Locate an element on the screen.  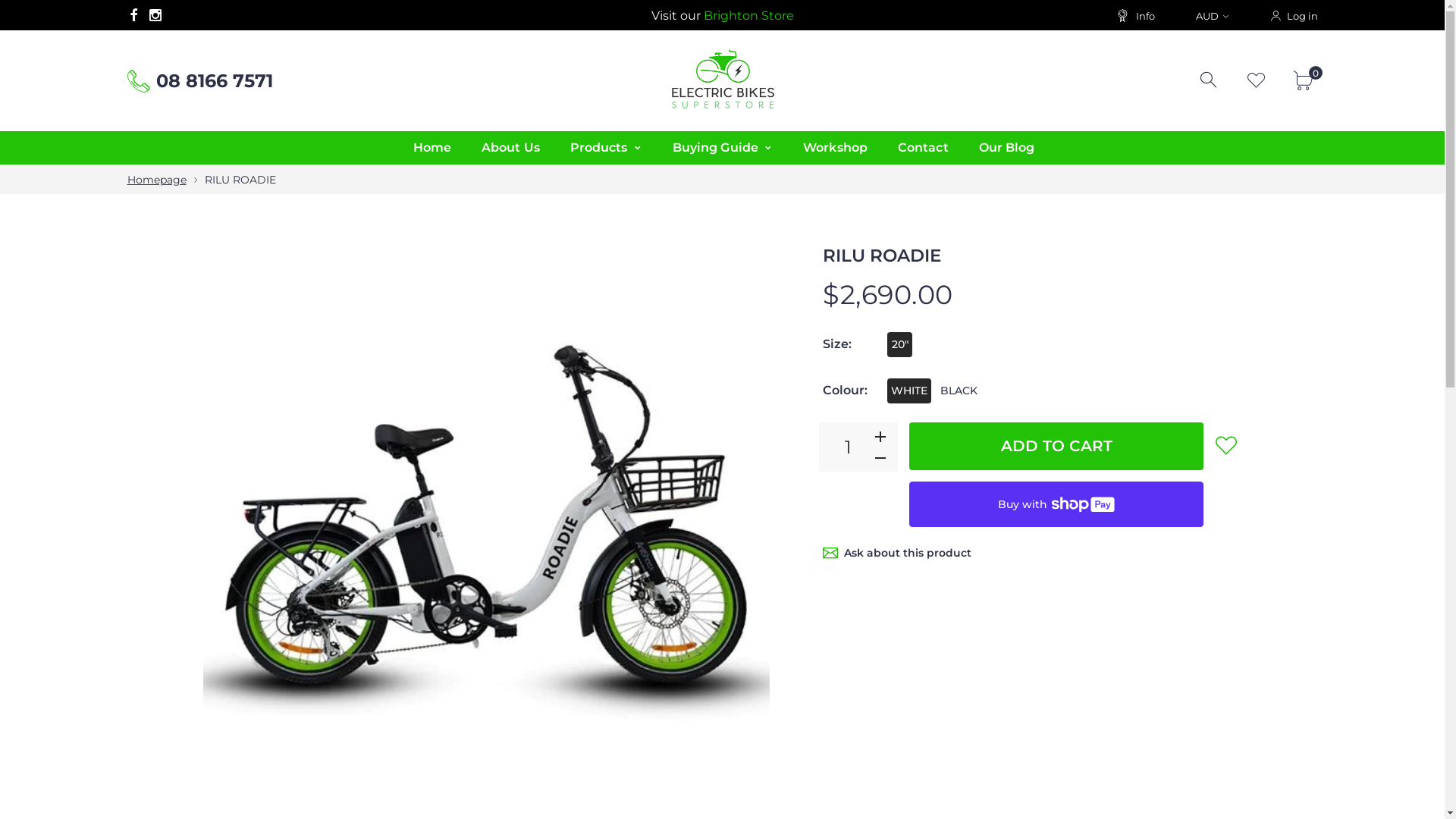
'Ask about this product' is located at coordinates (907, 553).